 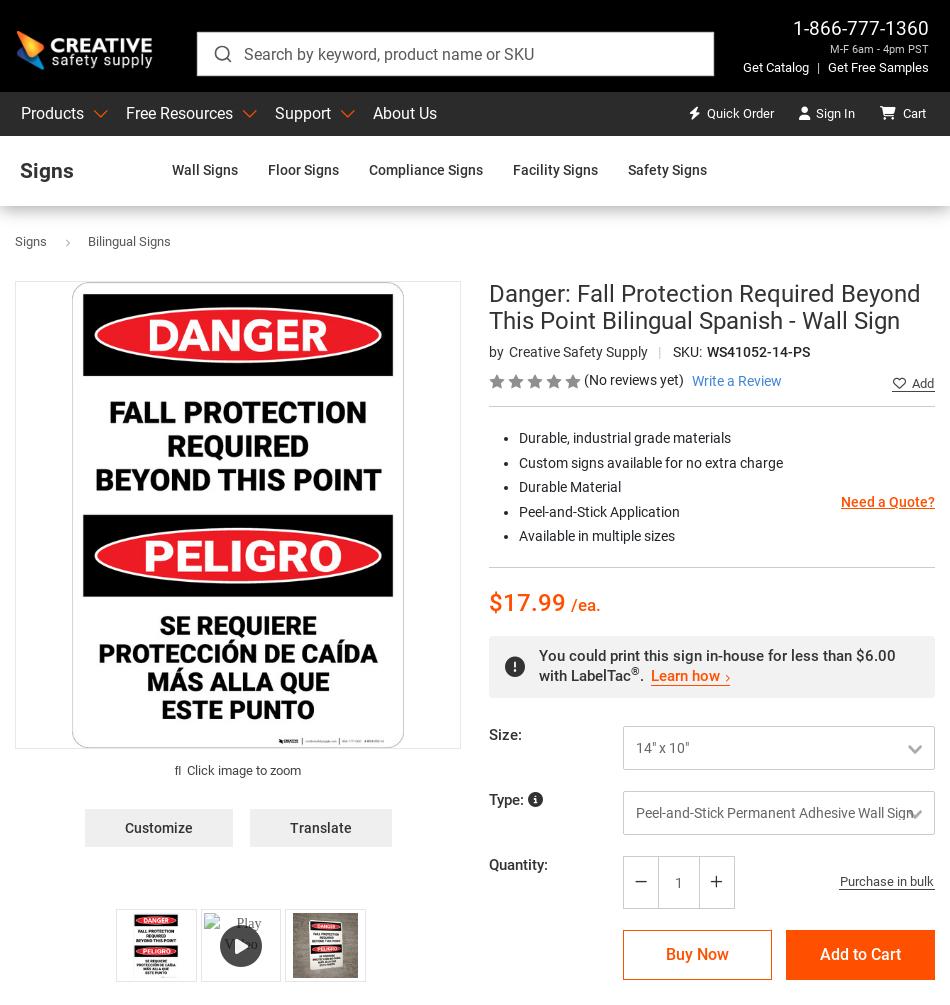 I want to click on 'Sign In', so click(x=834, y=113).